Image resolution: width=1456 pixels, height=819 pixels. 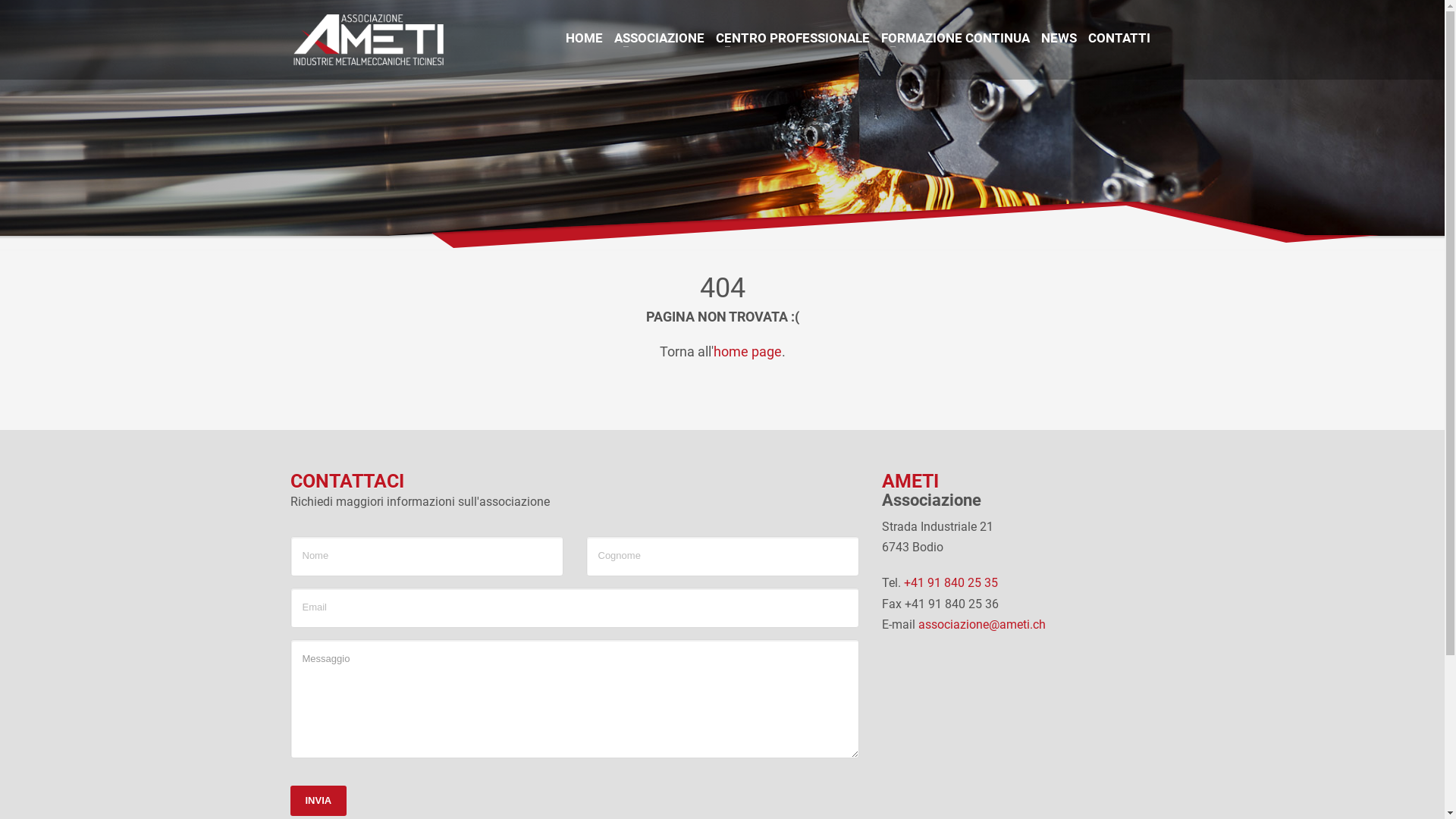 I want to click on 'INVIA', so click(x=290, y=800).